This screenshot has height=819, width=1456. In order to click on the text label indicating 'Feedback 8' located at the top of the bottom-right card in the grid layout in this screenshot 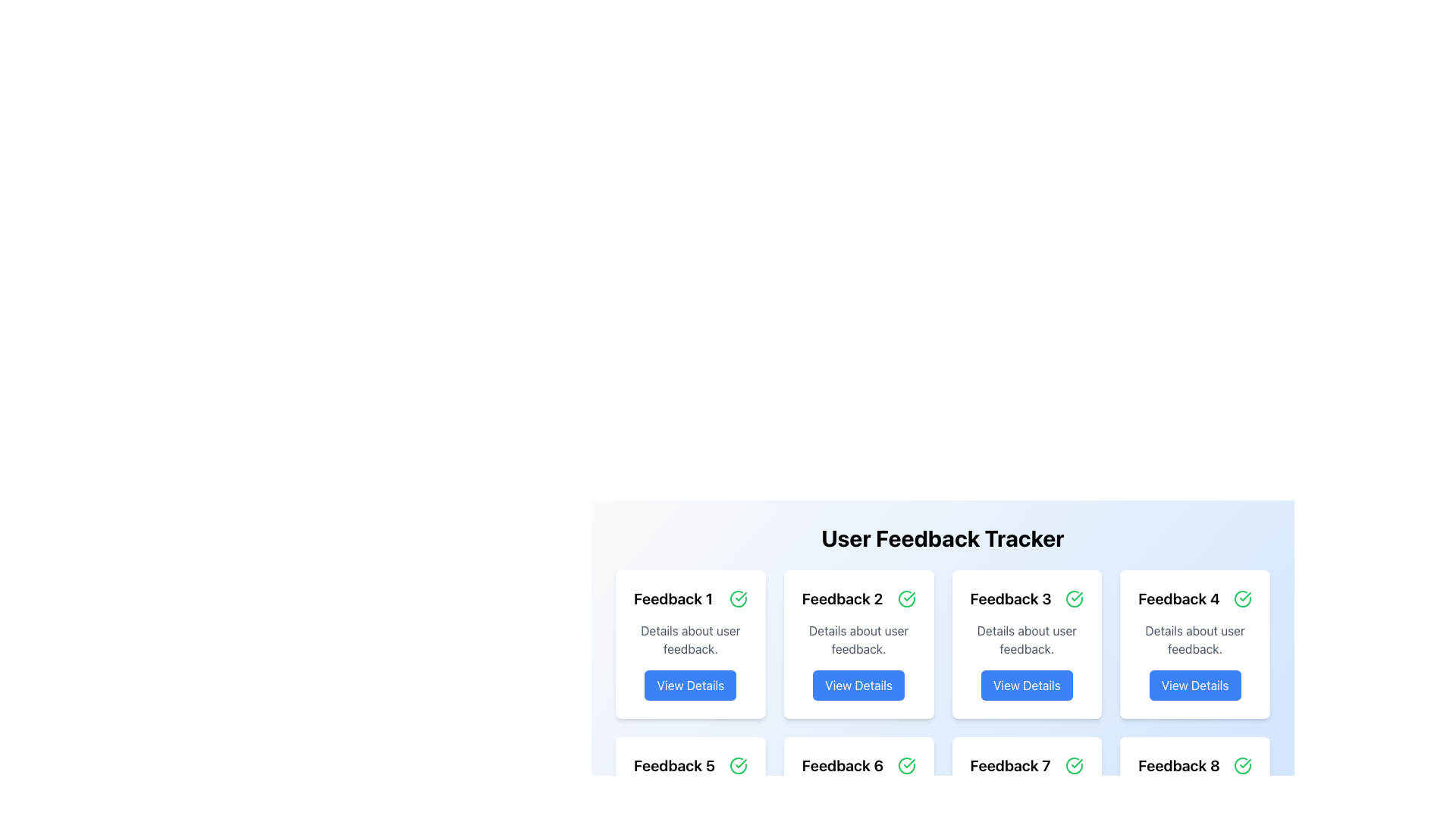, I will do `click(1178, 766)`.